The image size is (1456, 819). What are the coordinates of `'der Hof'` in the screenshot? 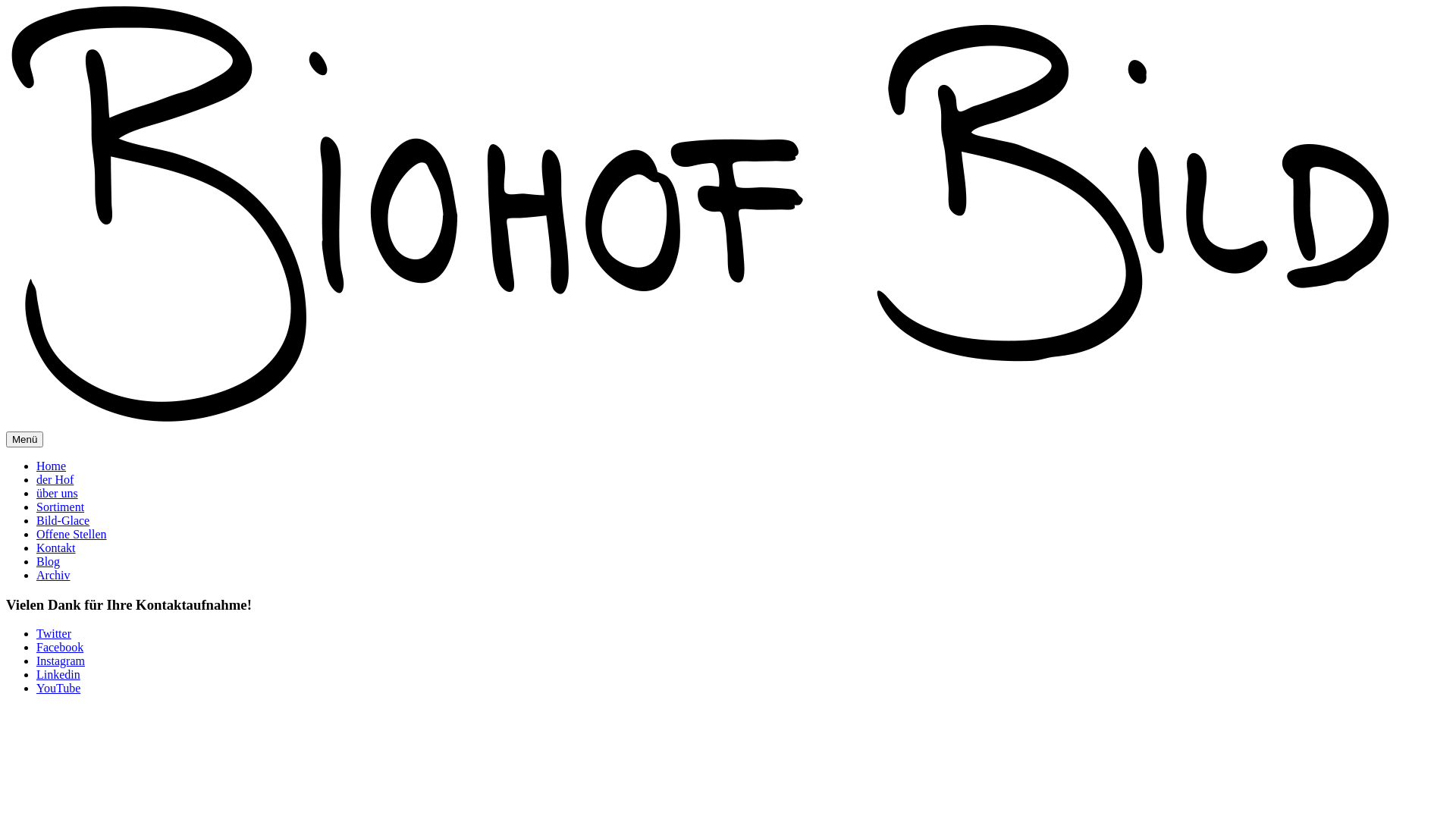 It's located at (55, 479).